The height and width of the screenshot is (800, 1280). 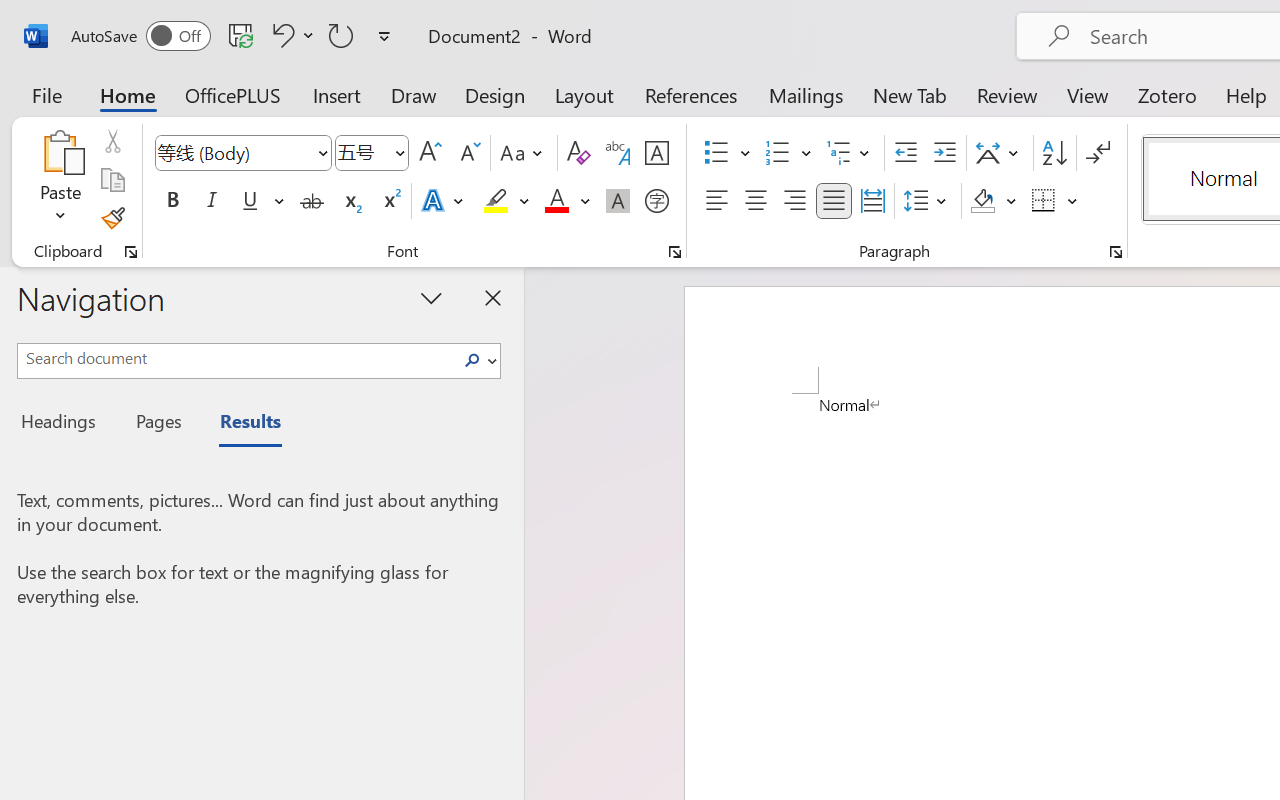 I want to click on 'Change Case', so click(x=524, y=153).